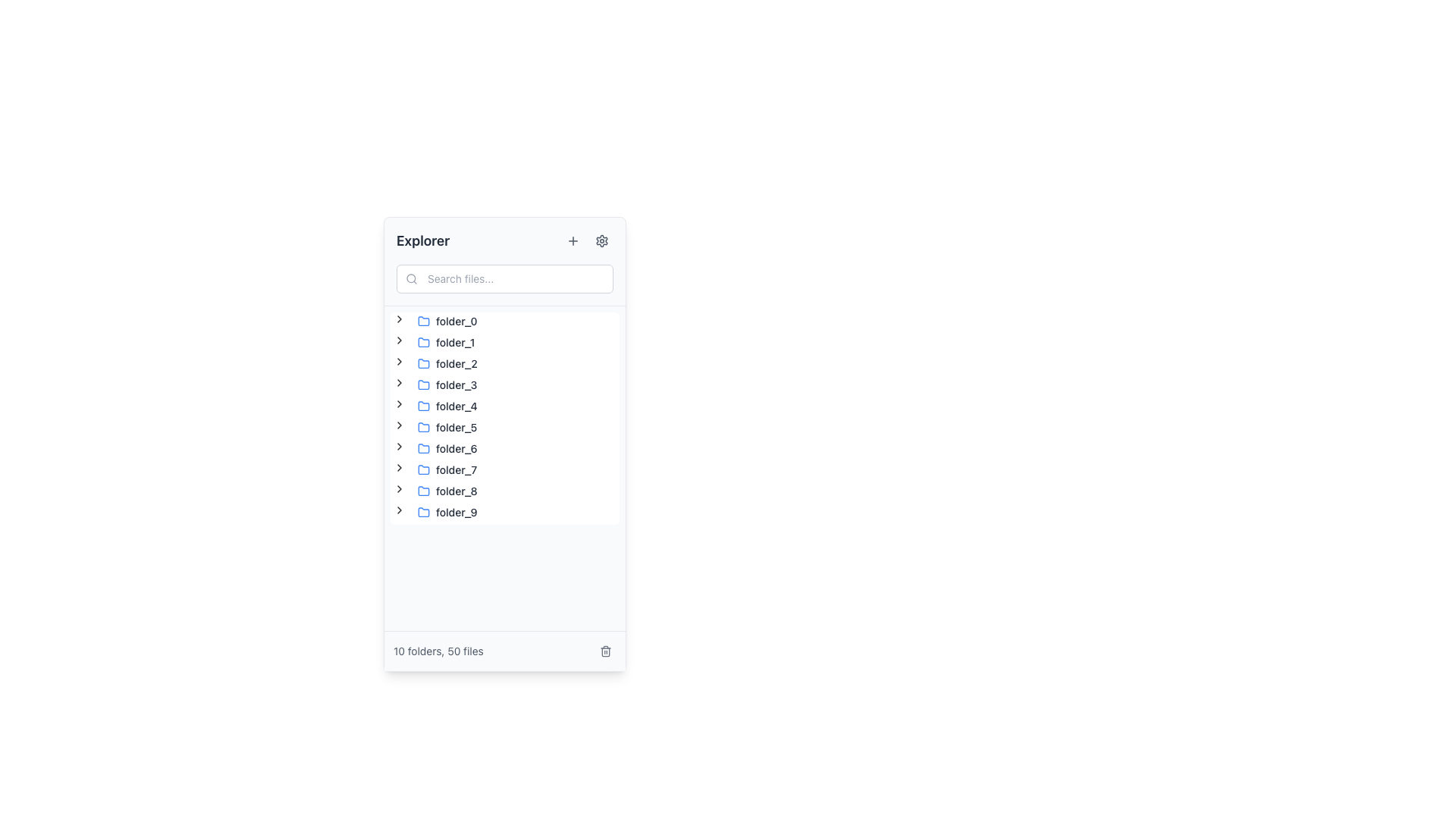 The width and height of the screenshot is (1456, 819). I want to click on the search functionality by clicking on the circular search icon located within the Explorer's search bar, slightly towards the left side of the window, so click(411, 278).